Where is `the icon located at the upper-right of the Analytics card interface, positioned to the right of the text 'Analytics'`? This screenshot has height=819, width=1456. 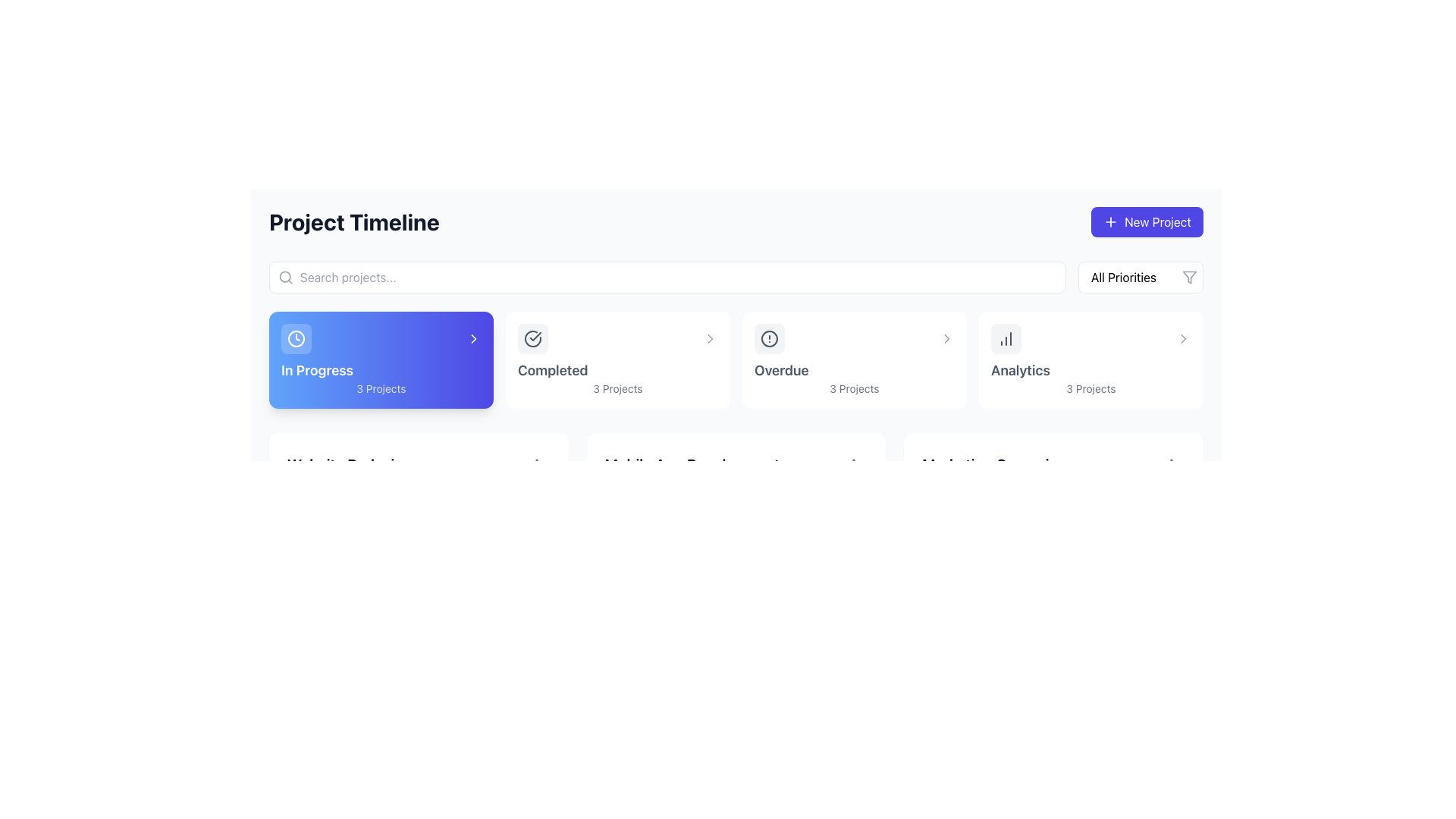
the icon located at the upper-right of the Analytics card interface, positioned to the right of the text 'Analytics' is located at coordinates (1182, 338).